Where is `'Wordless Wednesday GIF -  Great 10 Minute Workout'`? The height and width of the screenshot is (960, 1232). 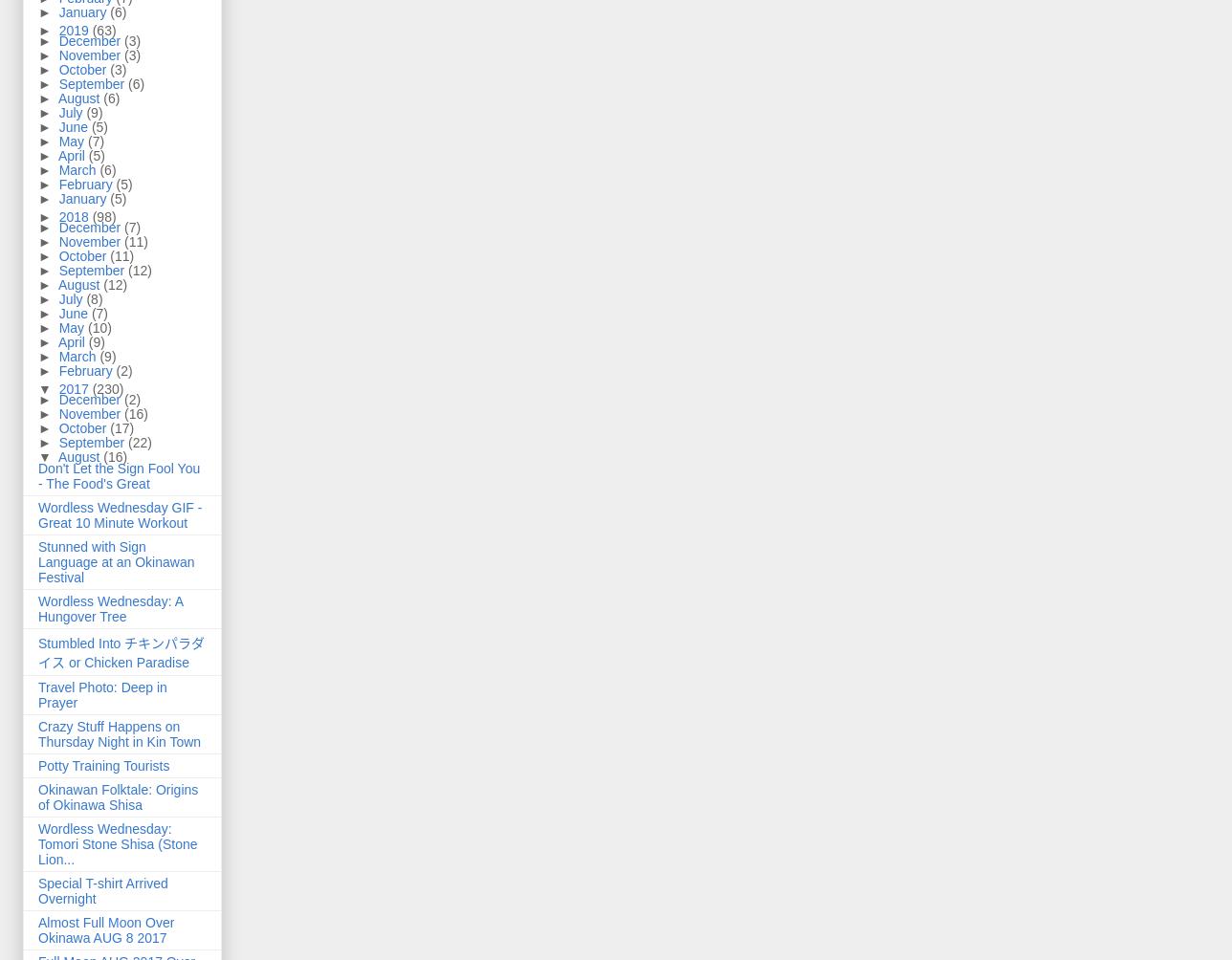
'Wordless Wednesday GIF -  Great 10 Minute Workout' is located at coordinates (120, 514).